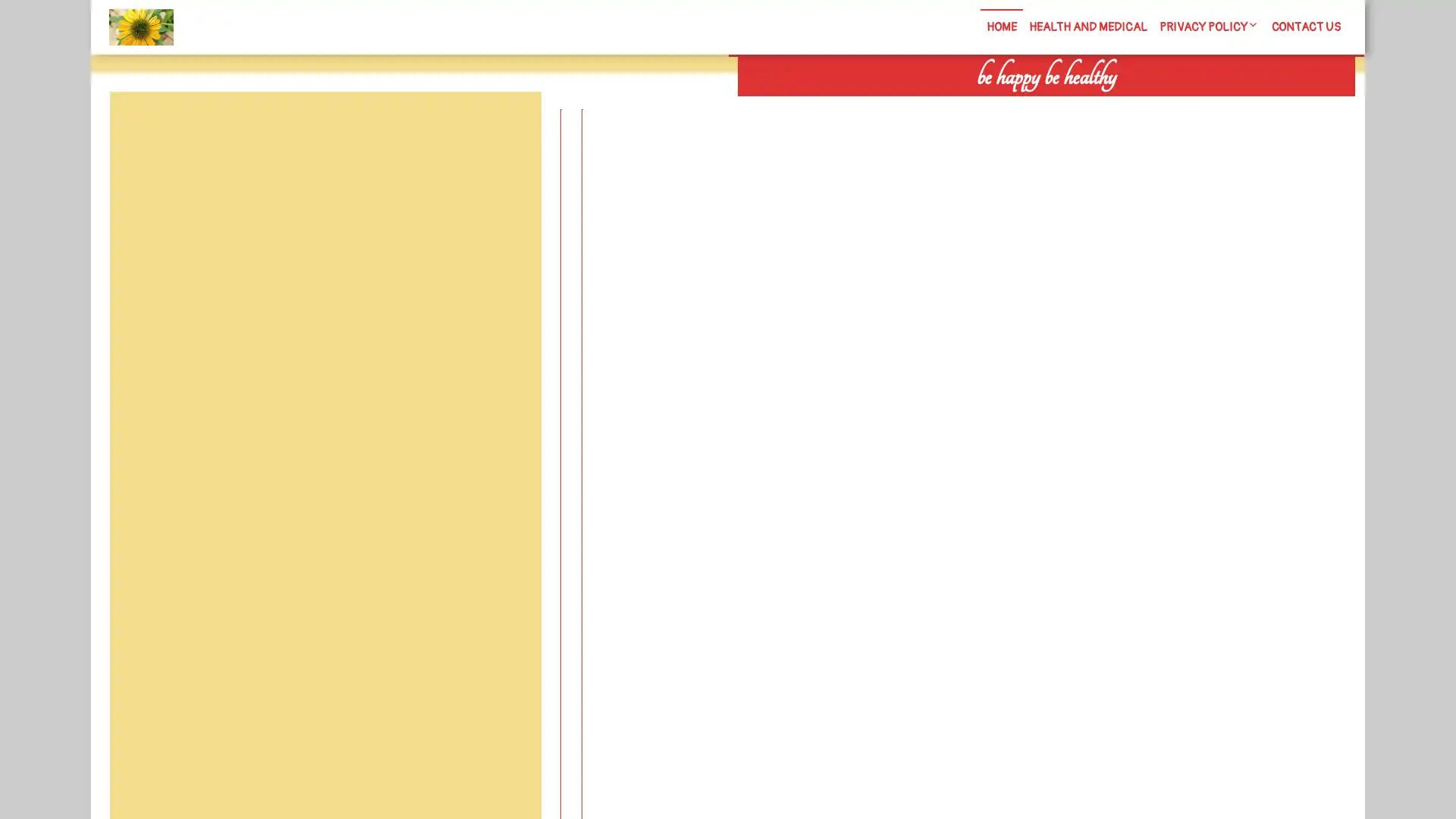 The width and height of the screenshot is (1456, 819). I want to click on Search, so click(1181, 106).